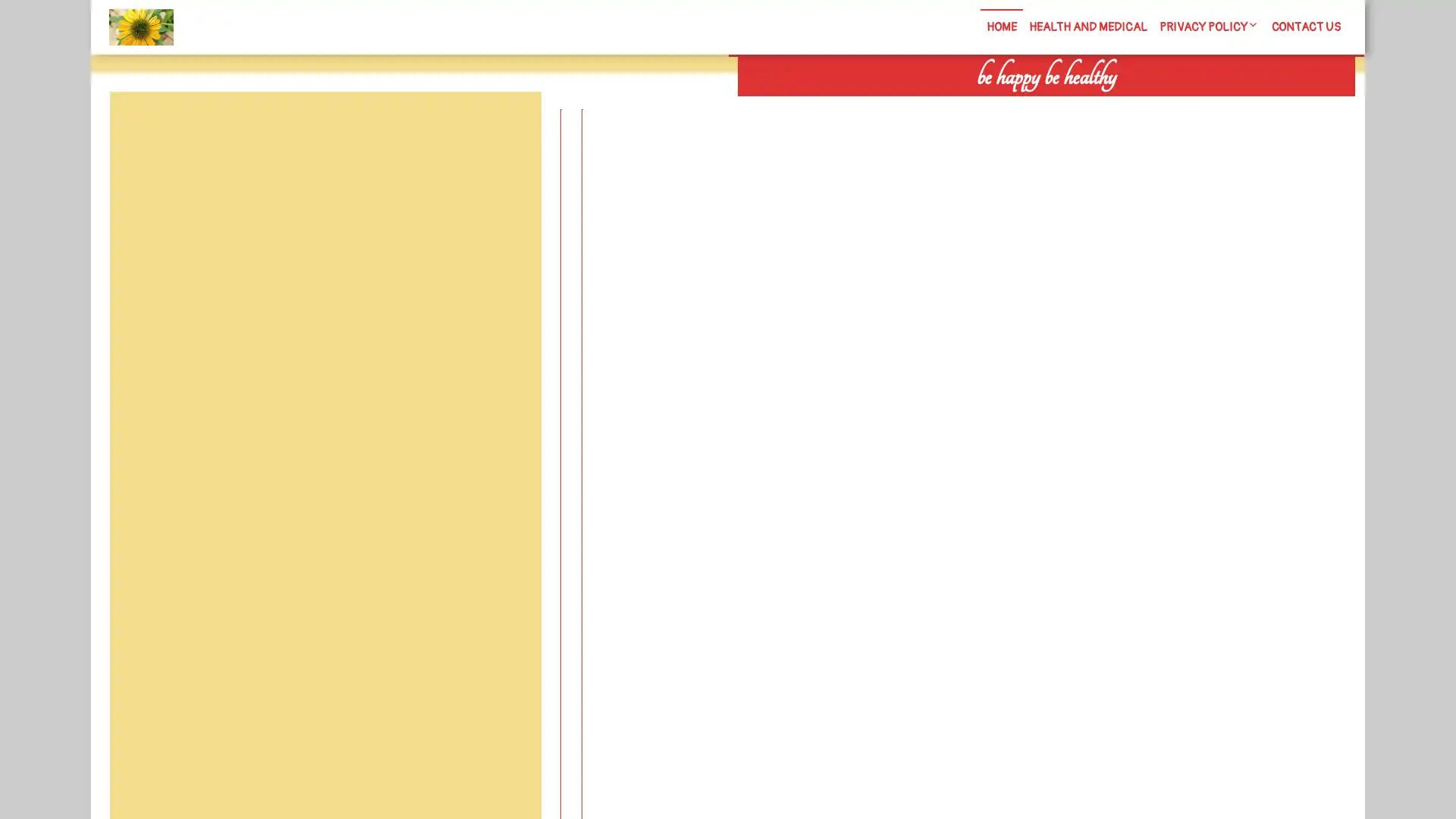 The width and height of the screenshot is (1456, 819). I want to click on Search, so click(1181, 106).